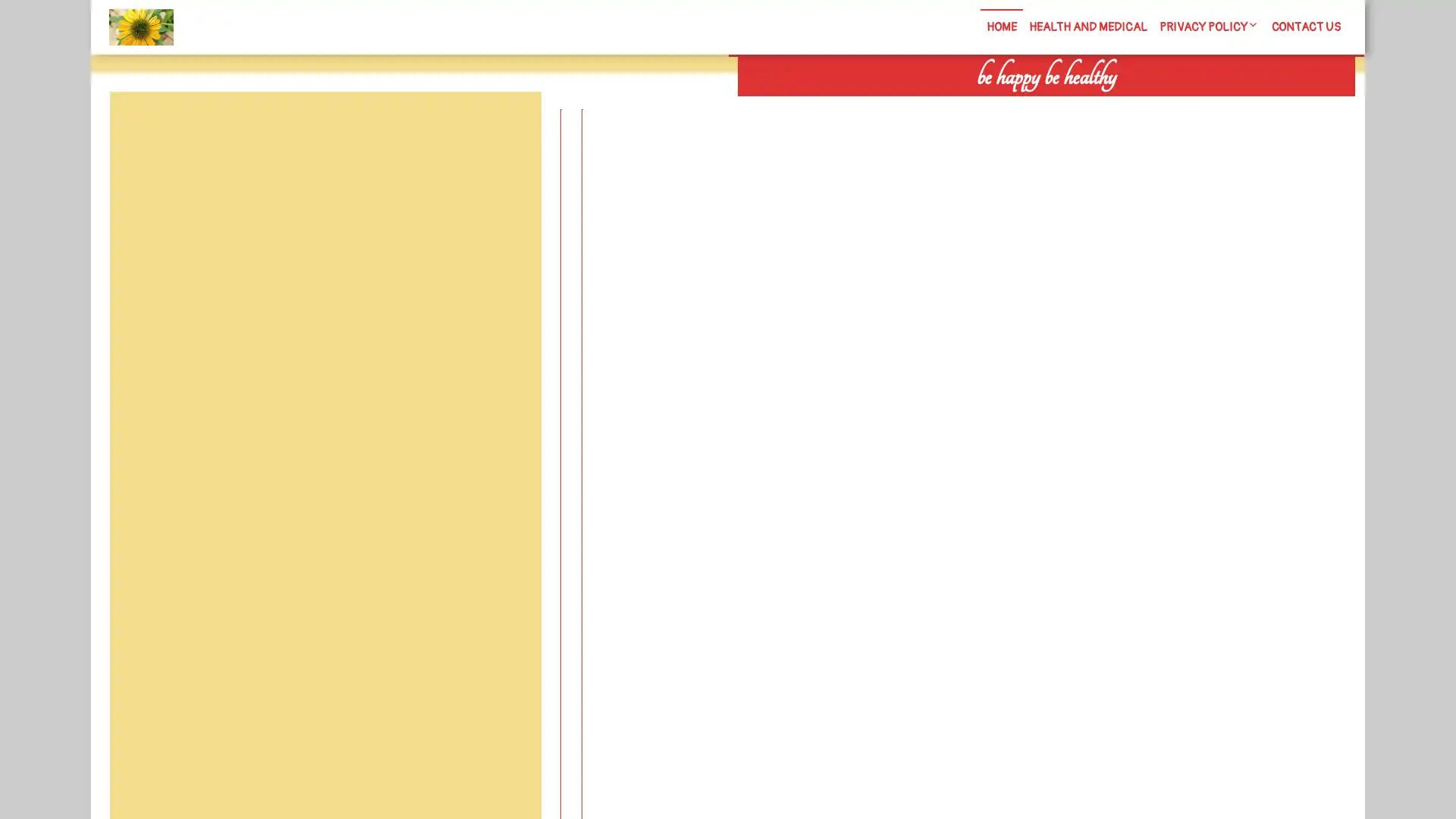 The width and height of the screenshot is (1456, 819). I want to click on Search, so click(1181, 106).